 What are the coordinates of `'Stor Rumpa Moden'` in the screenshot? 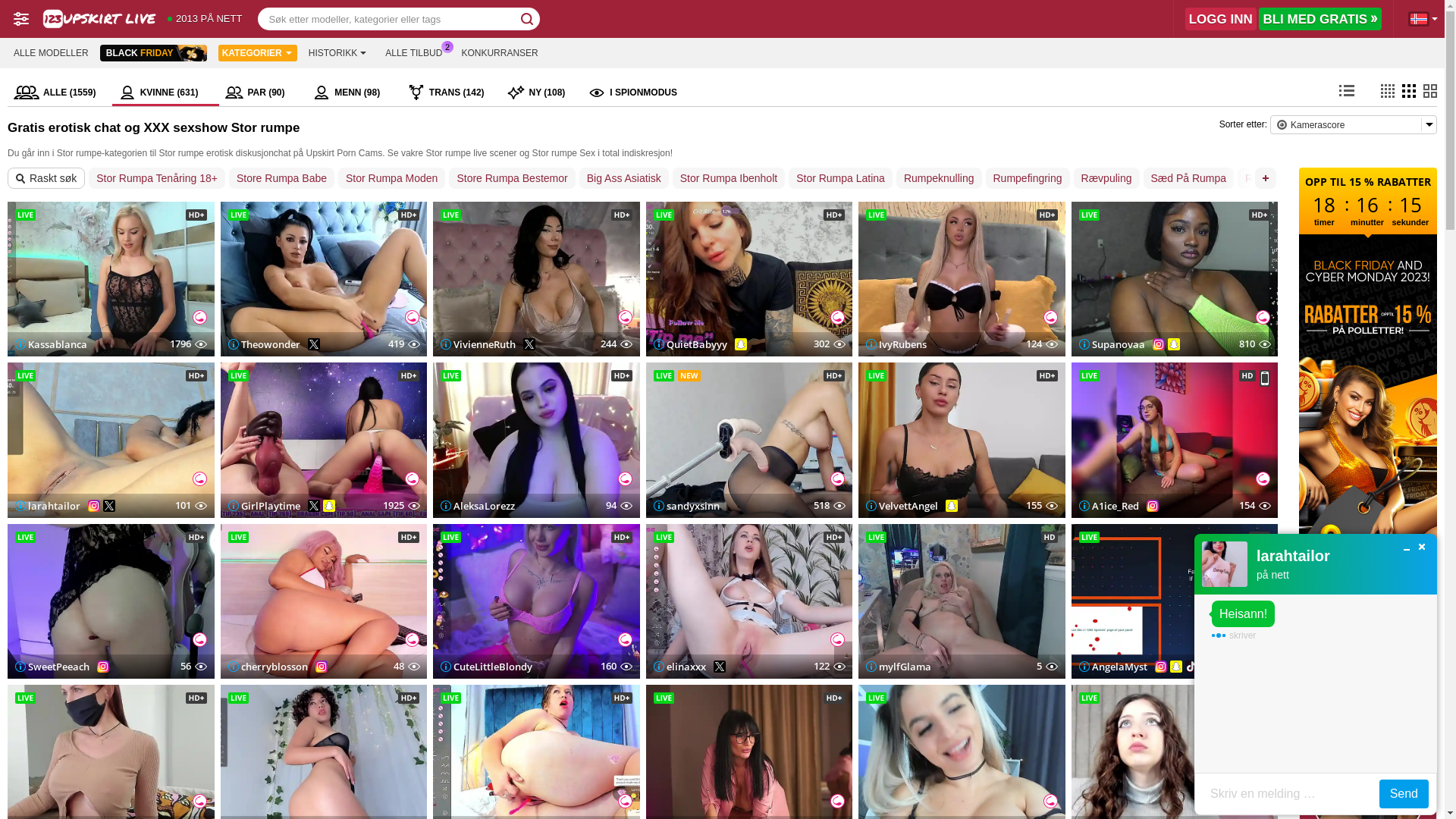 It's located at (337, 177).